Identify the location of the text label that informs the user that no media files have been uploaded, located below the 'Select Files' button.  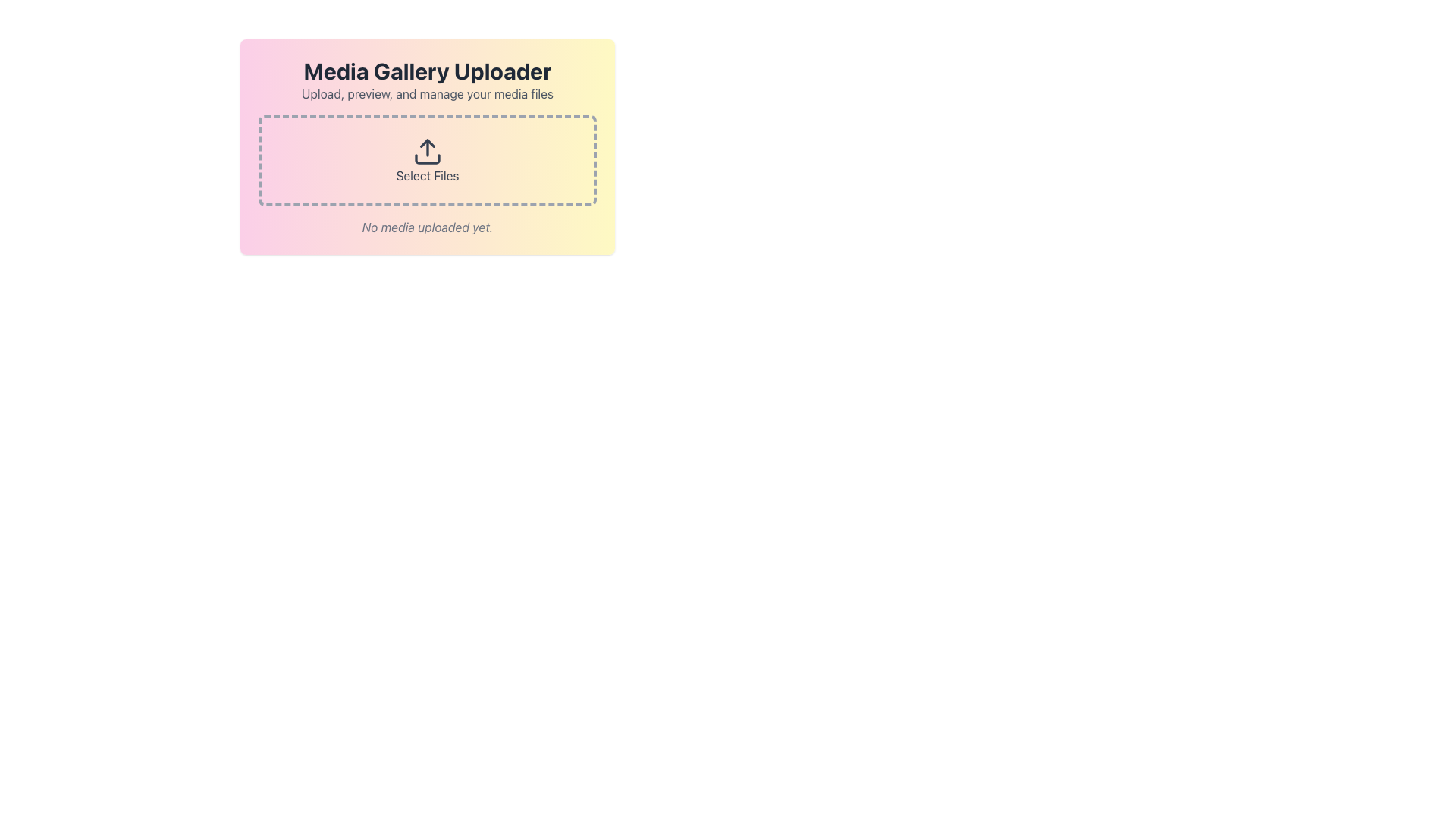
(427, 227).